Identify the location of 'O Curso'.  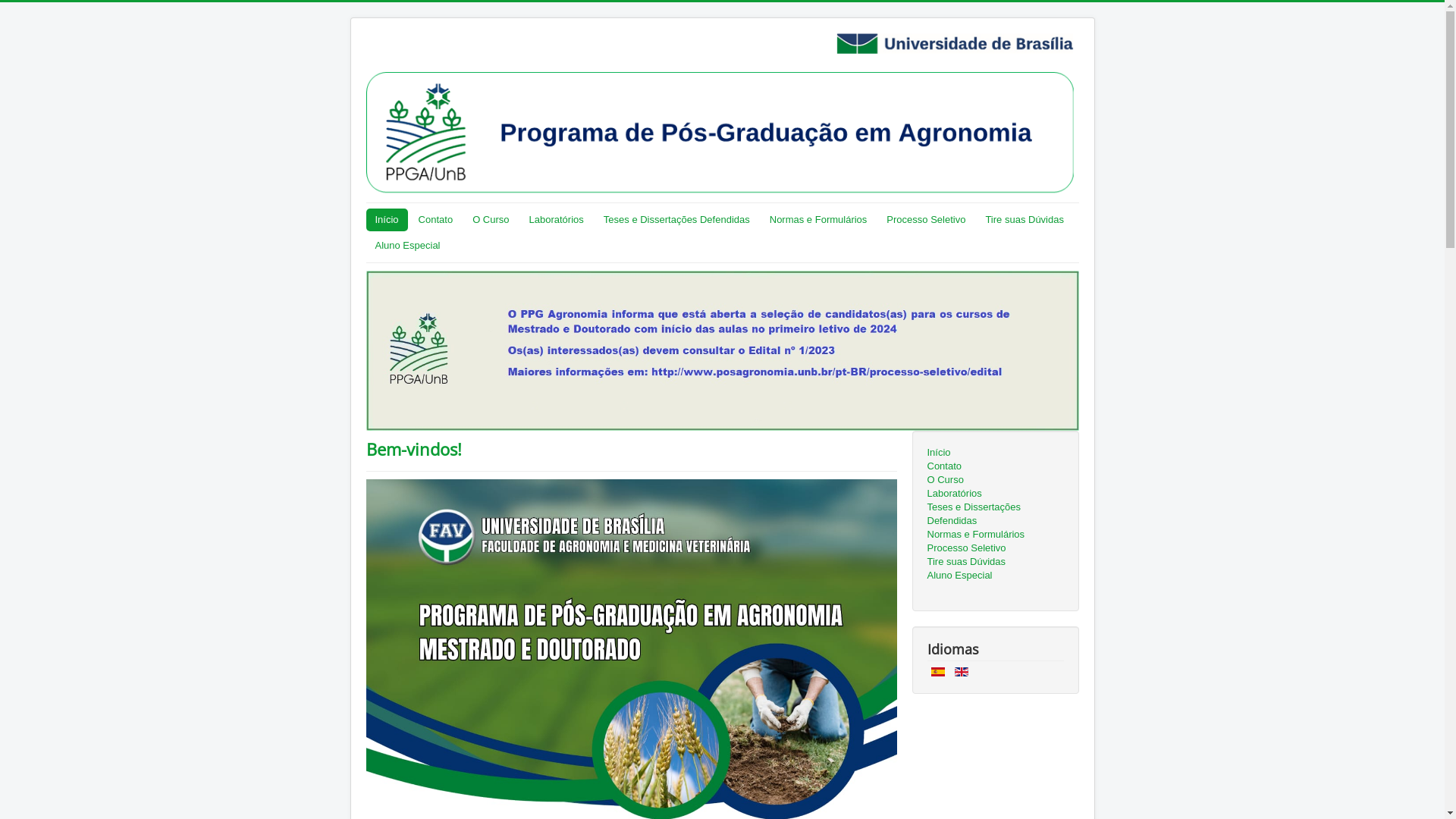
(994, 479).